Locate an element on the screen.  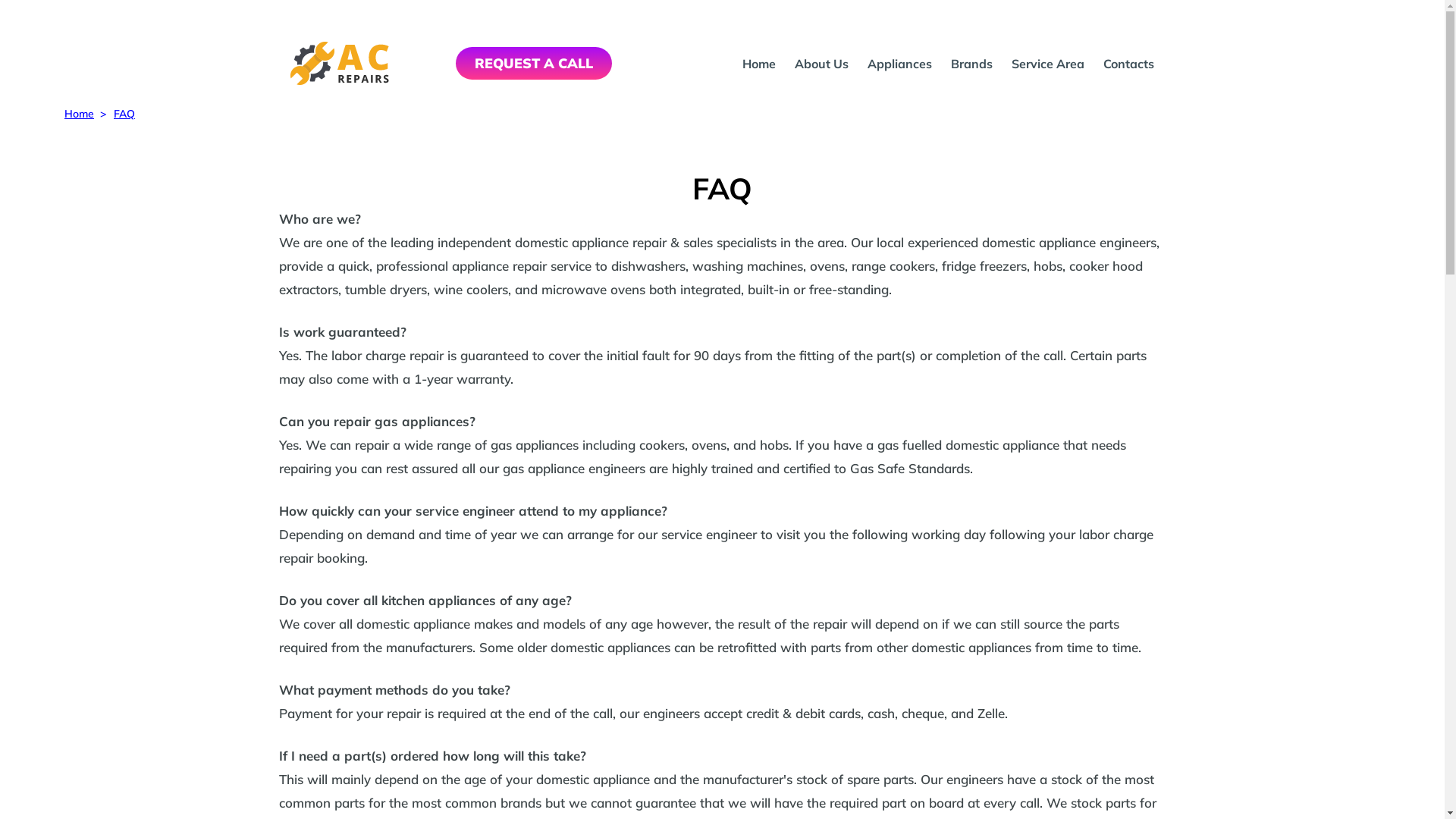
'FAQ' is located at coordinates (124, 113).